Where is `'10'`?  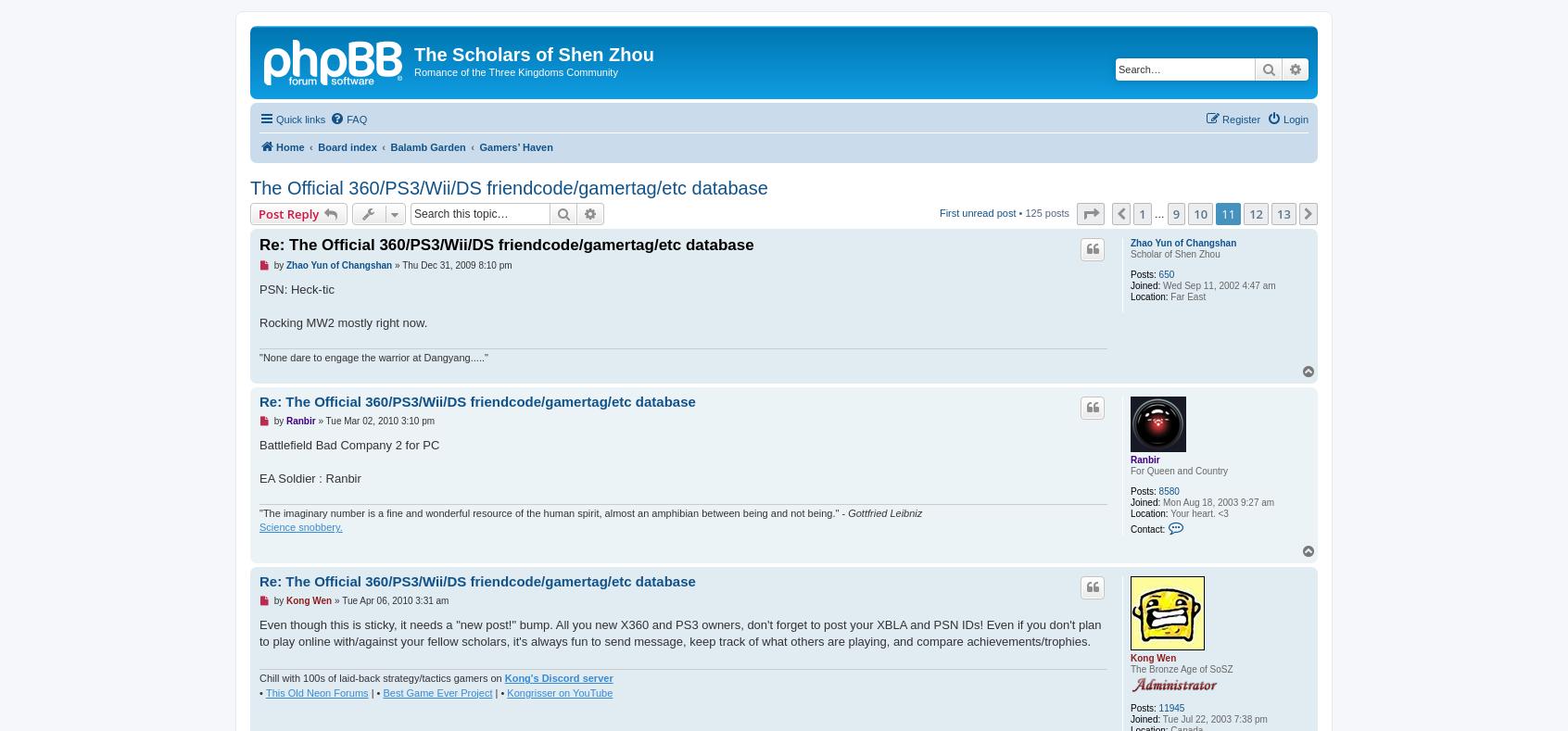
'10' is located at coordinates (1199, 213).